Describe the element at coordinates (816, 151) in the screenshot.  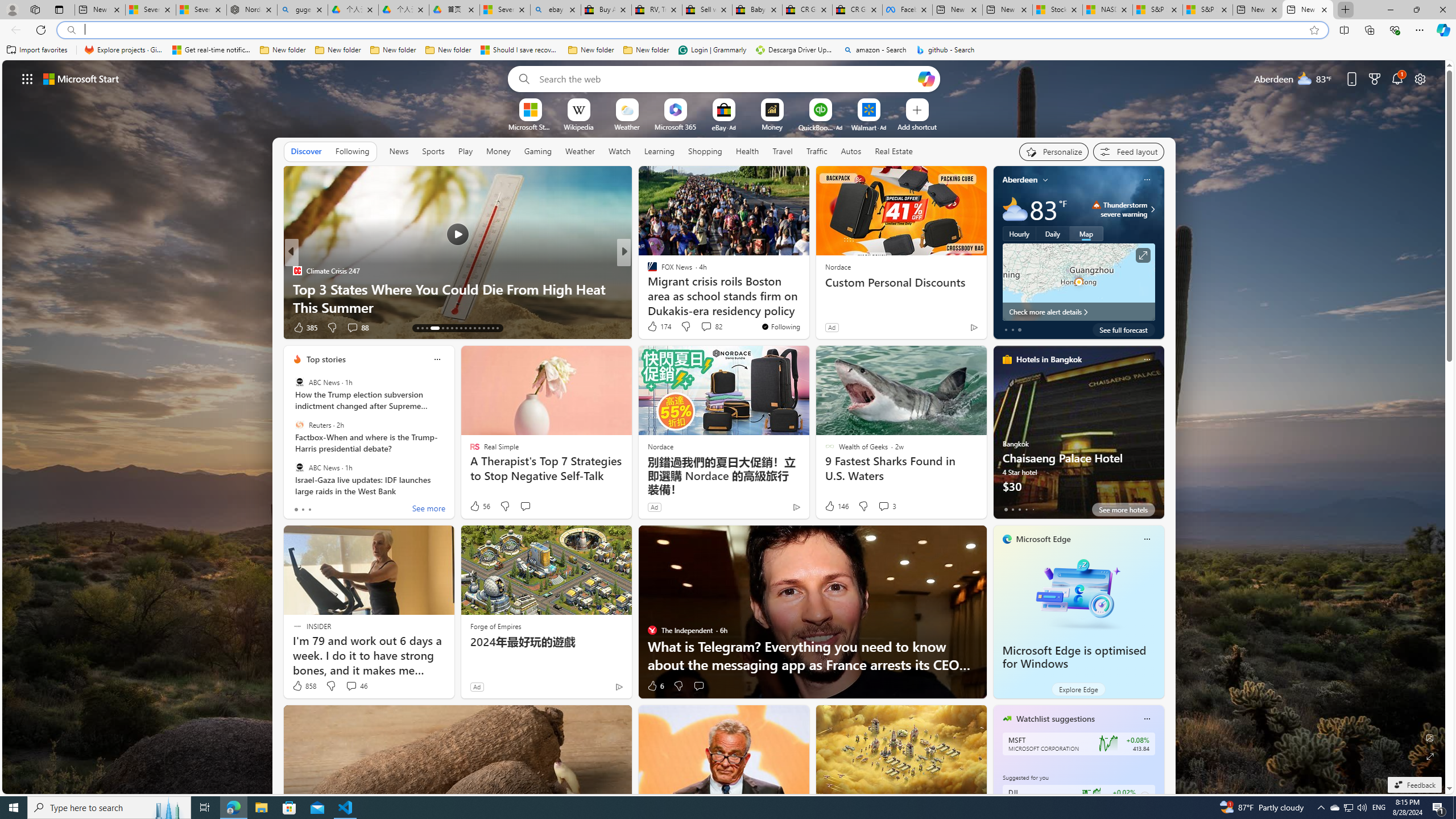
I see `'Traffic'` at that location.